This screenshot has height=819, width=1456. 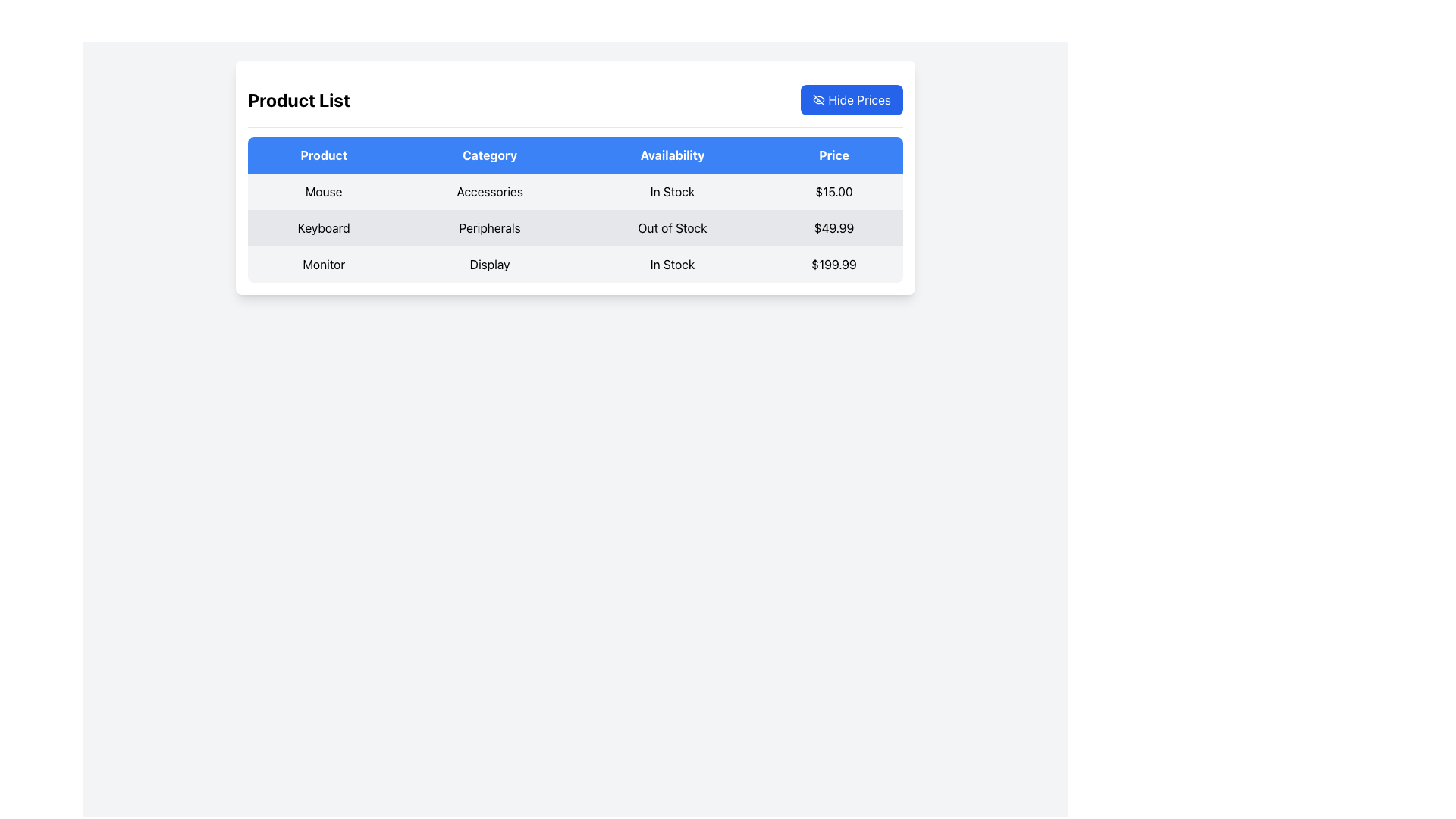 I want to click on the 'Product List' text label, which is styled in bold and serves as the title of a section above a product list, so click(x=299, y=99).